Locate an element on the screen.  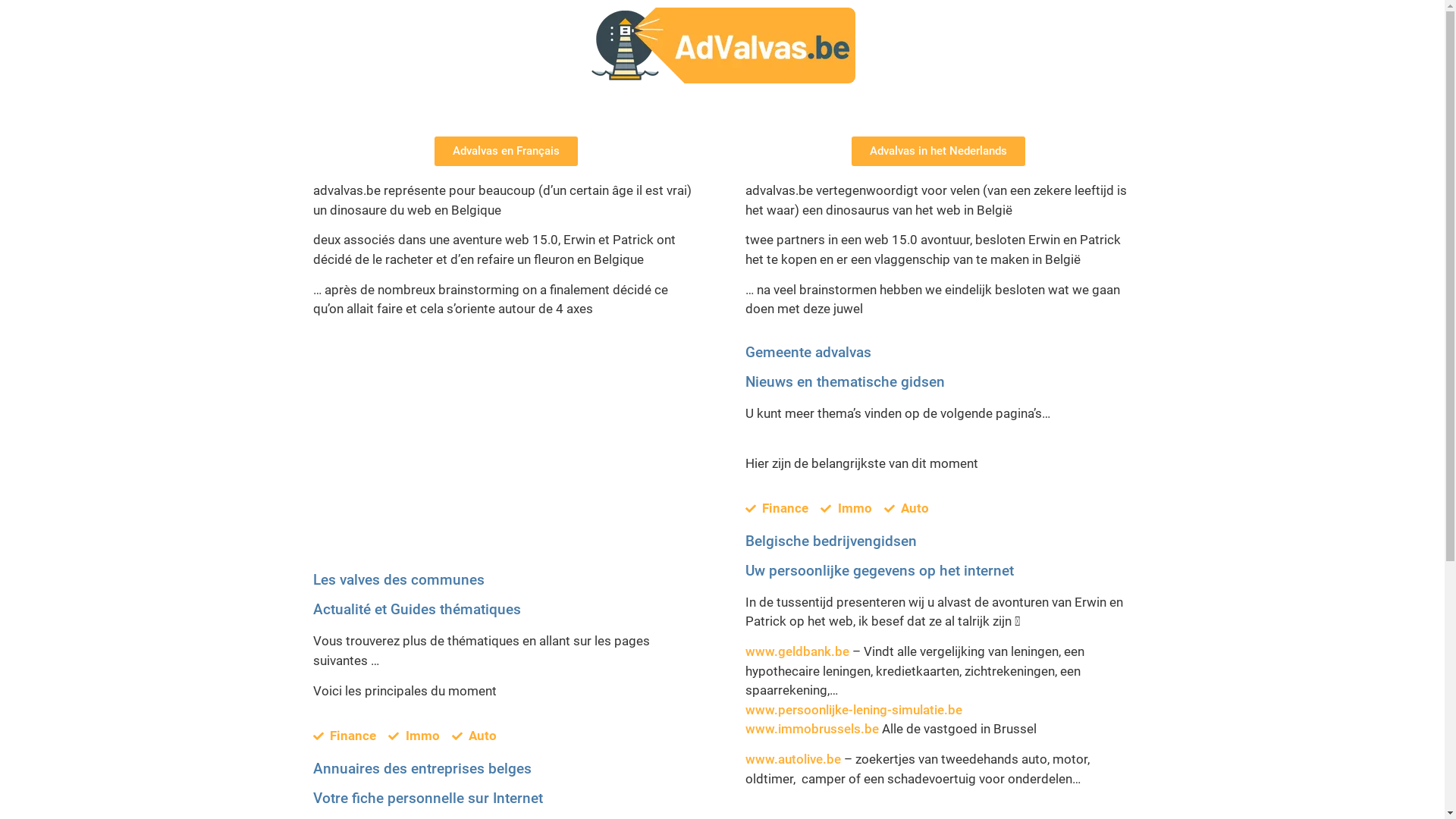
'Finance' is located at coordinates (776, 509).